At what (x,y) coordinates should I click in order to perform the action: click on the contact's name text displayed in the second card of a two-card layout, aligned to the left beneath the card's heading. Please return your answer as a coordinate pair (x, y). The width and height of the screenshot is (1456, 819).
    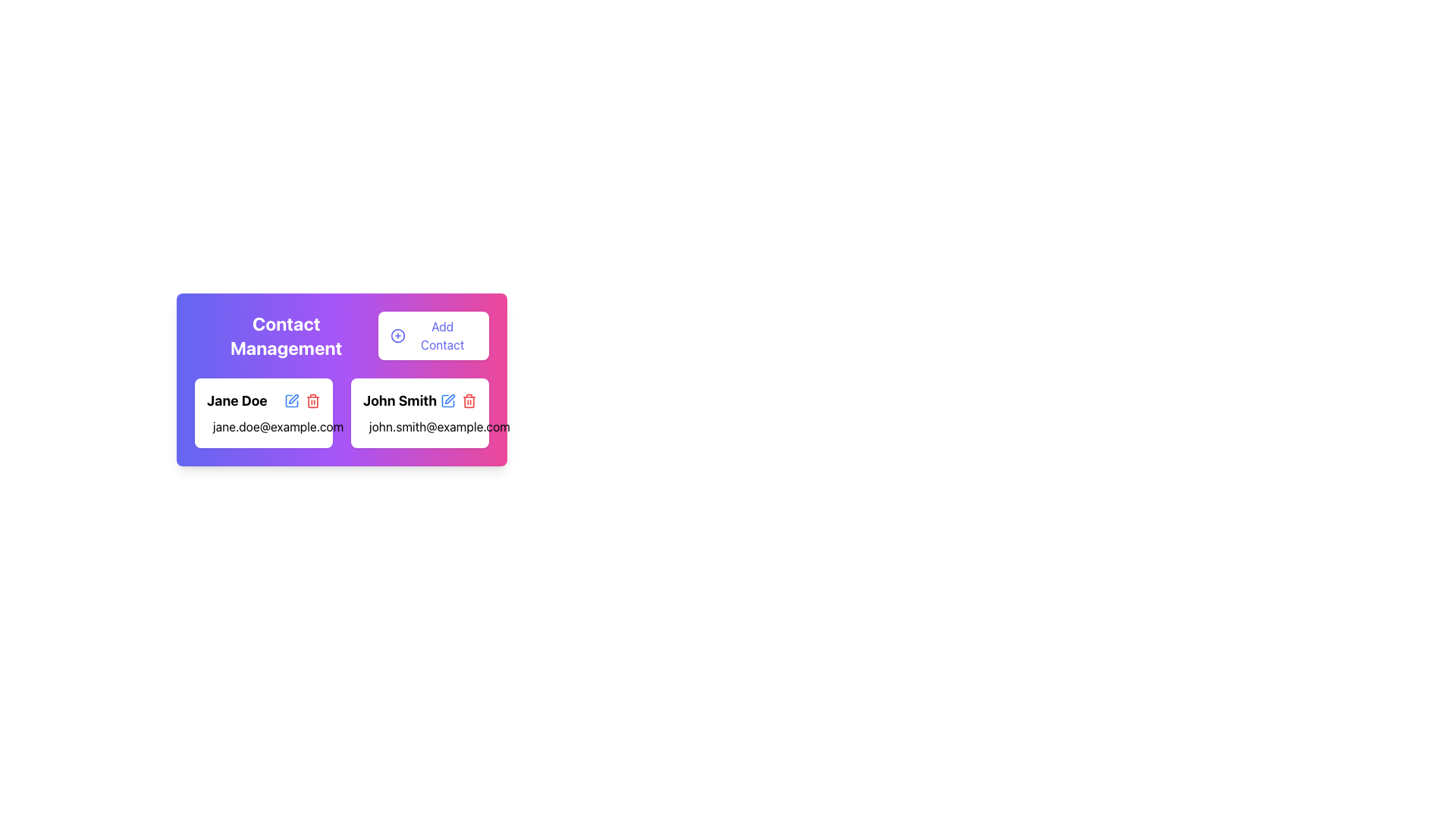
    Looking at the image, I should click on (400, 400).